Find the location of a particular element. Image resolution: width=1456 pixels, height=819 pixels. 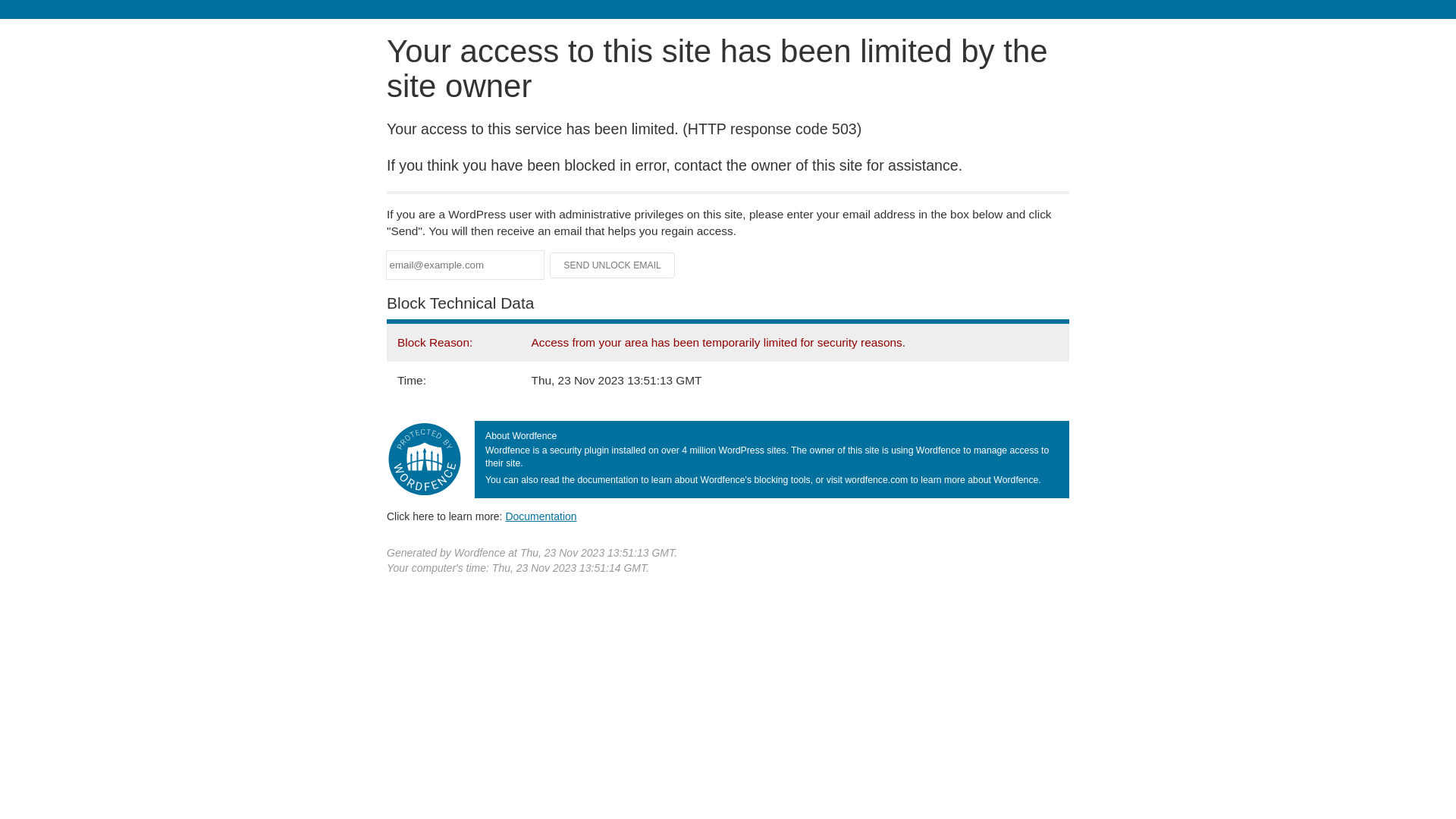

'Documentation' is located at coordinates (541, 516).